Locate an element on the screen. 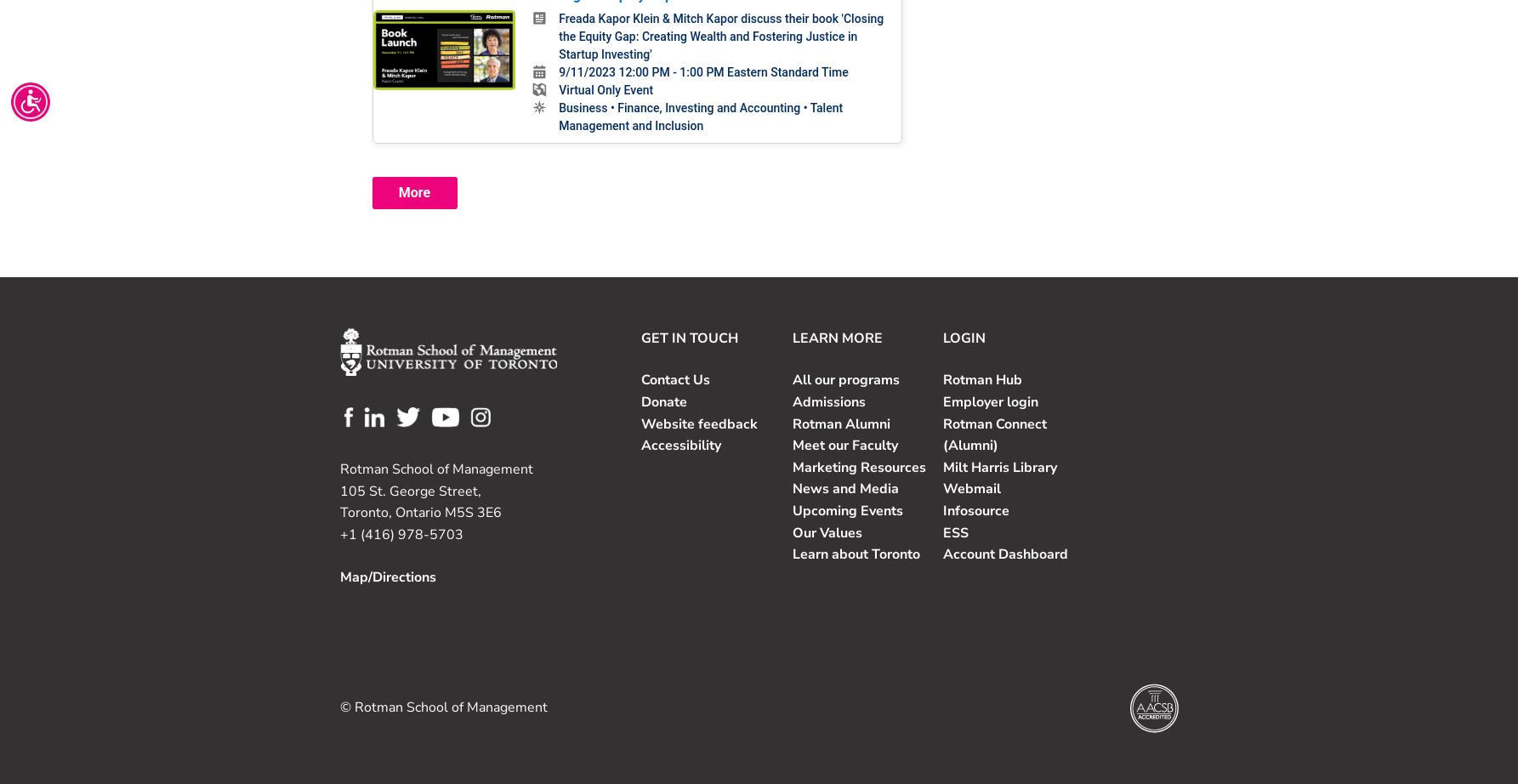 The width and height of the screenshot is (1518, 784). '+1 (416) 978-5703' is located at coordinates (400, 534).